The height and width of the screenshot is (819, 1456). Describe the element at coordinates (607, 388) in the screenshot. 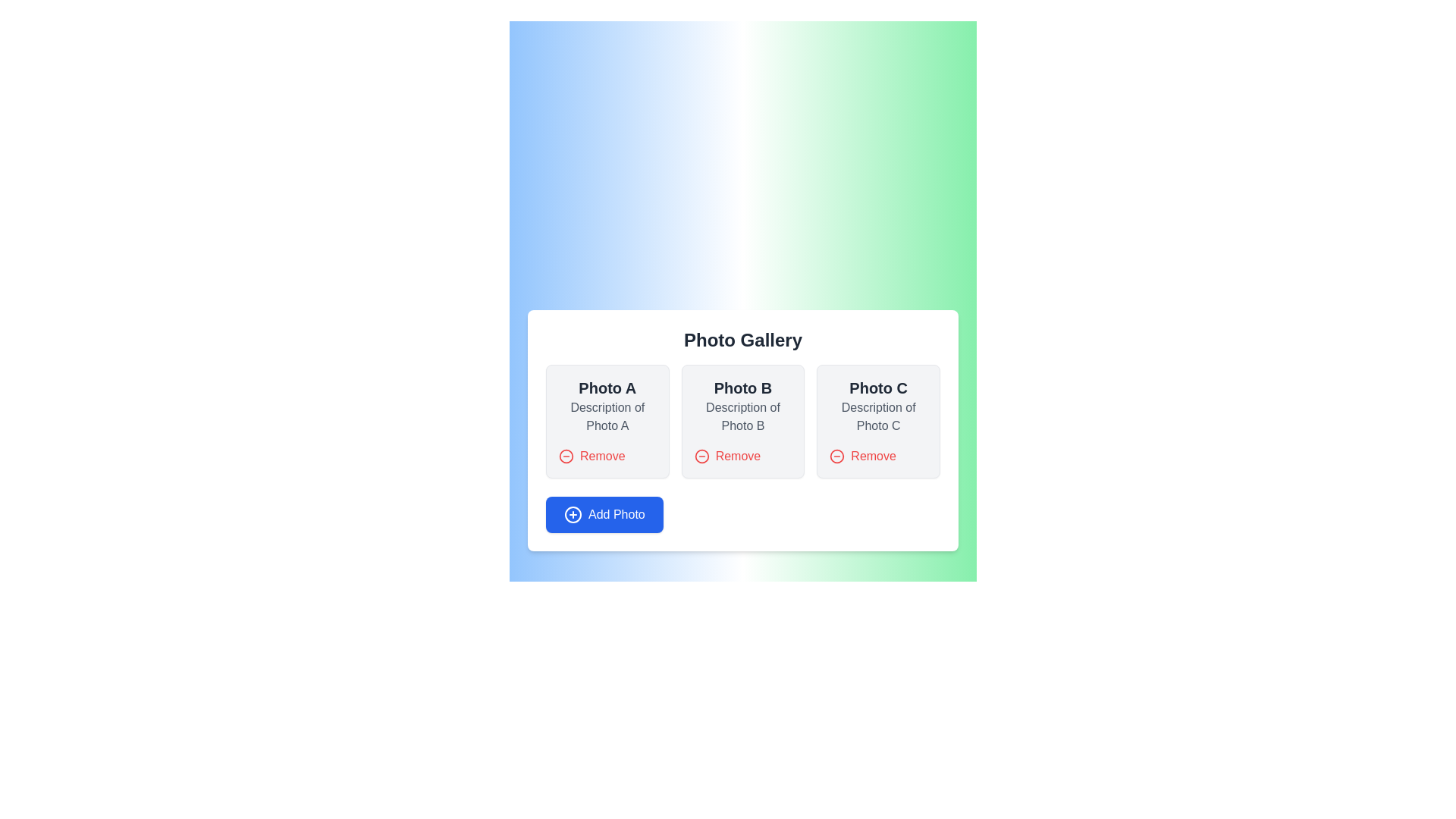

I see `the 'Photo A' heading, which is styled with a large, bold font in dark gray, located at the top of the first card in the Photo Gallery` at that location.